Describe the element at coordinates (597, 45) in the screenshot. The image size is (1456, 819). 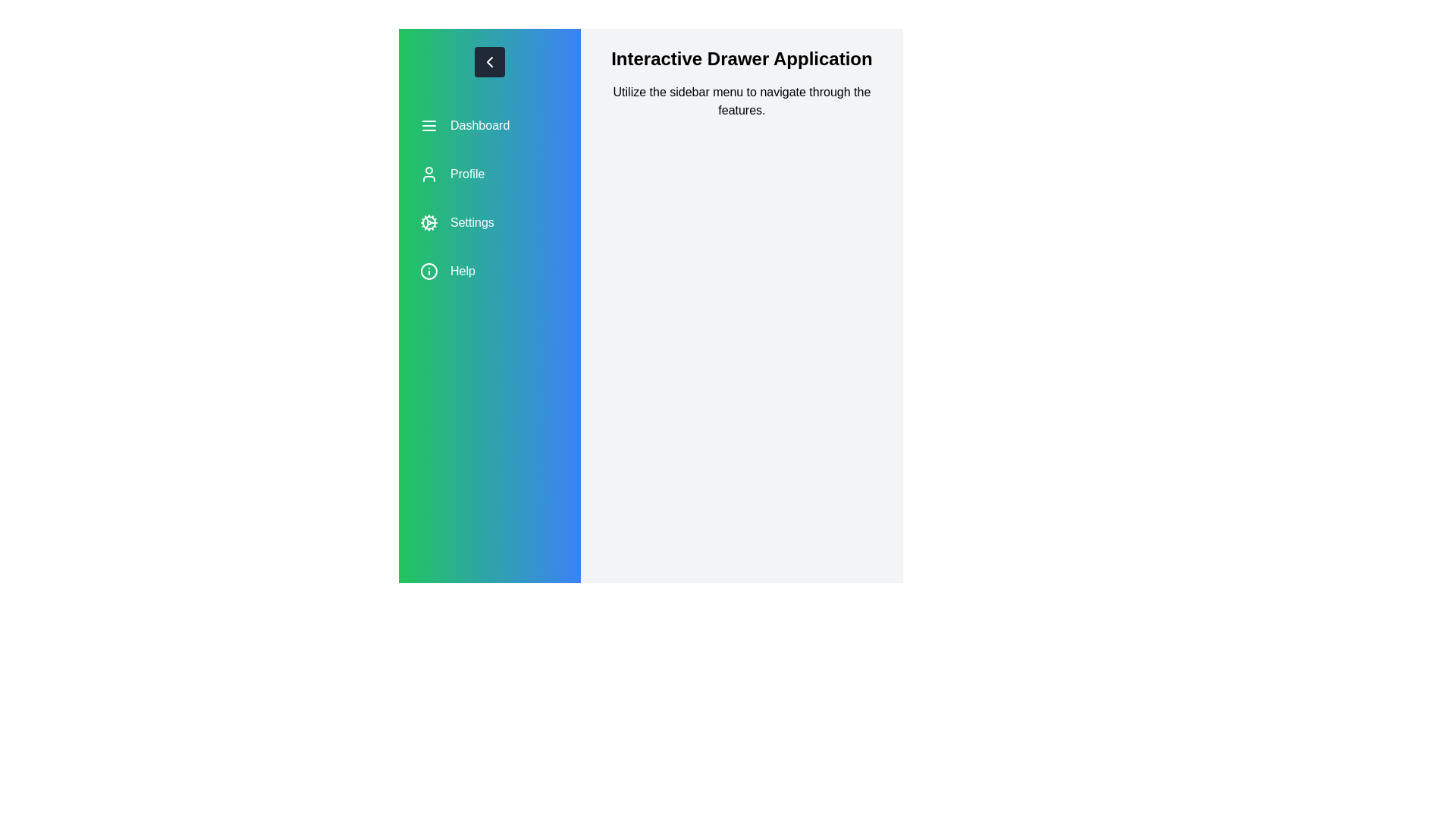
I see `the main content text by selecting it` at that location.